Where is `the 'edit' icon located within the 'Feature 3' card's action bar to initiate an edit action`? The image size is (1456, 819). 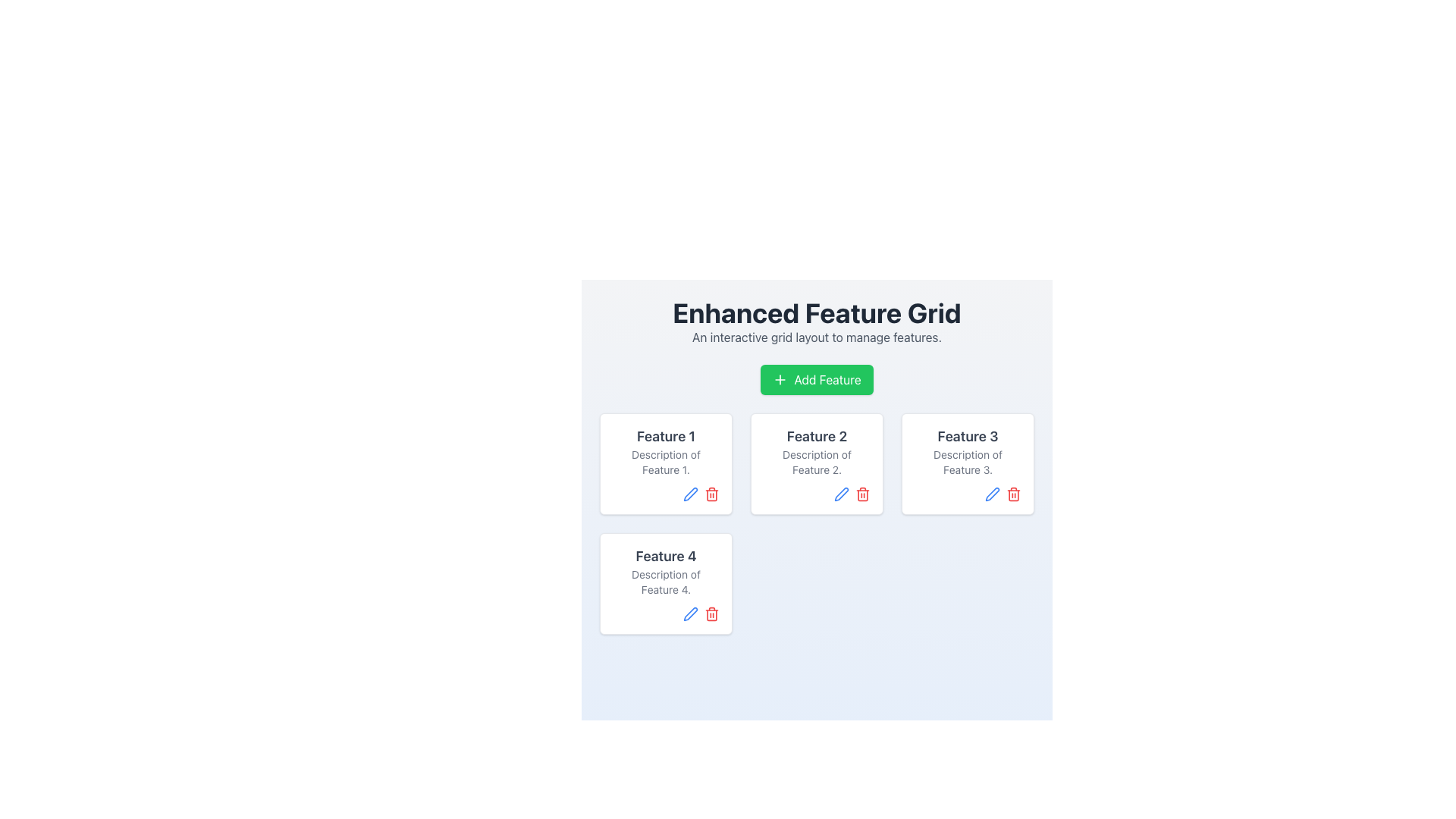 the 'edit' icon located within the 'Feature 3' card's action bar to initiate an edit action is located at coordinates (993, 494).